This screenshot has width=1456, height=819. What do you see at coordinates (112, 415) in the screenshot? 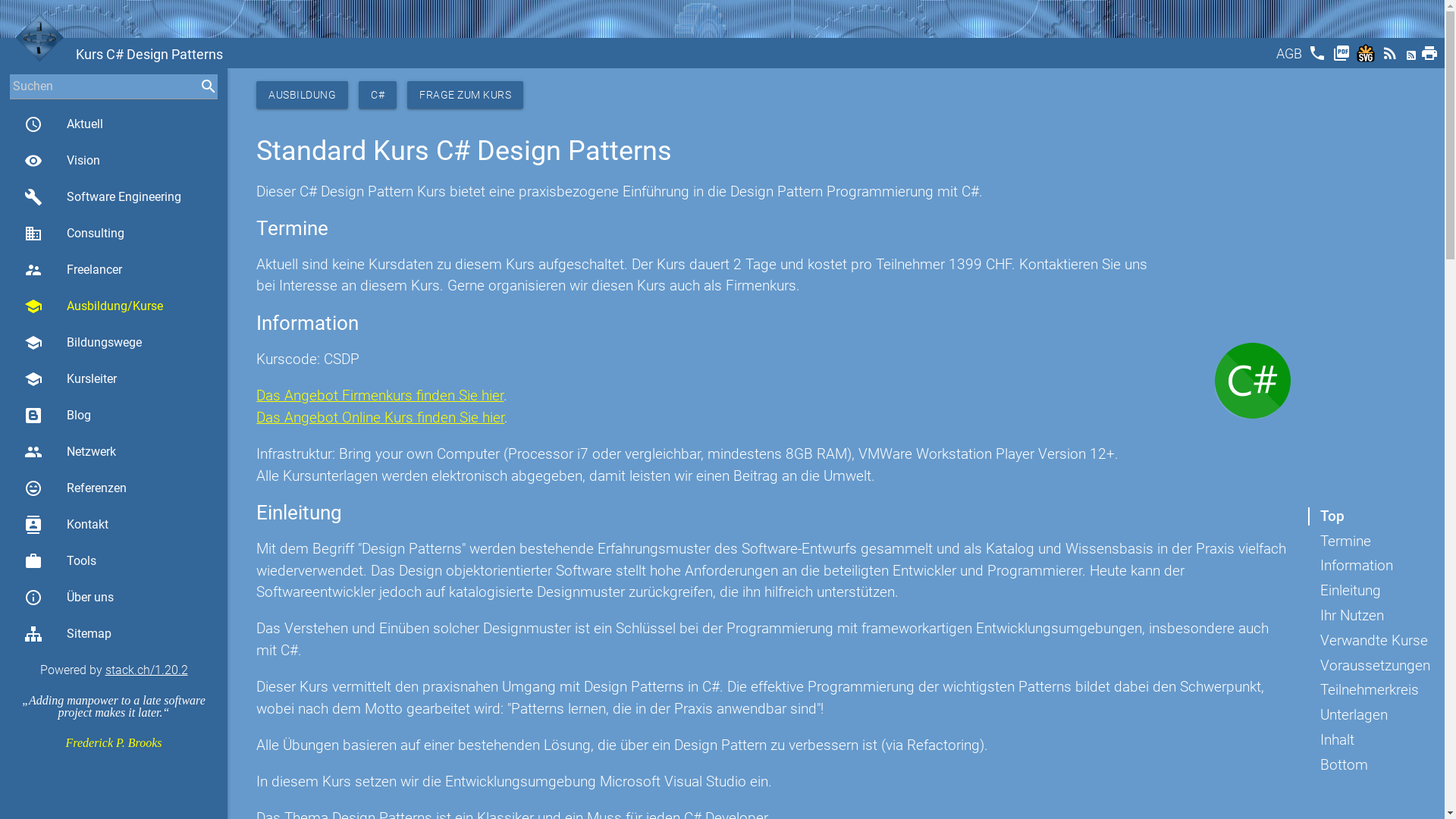
I see `'Blog'` at bounding box center [112, 415].